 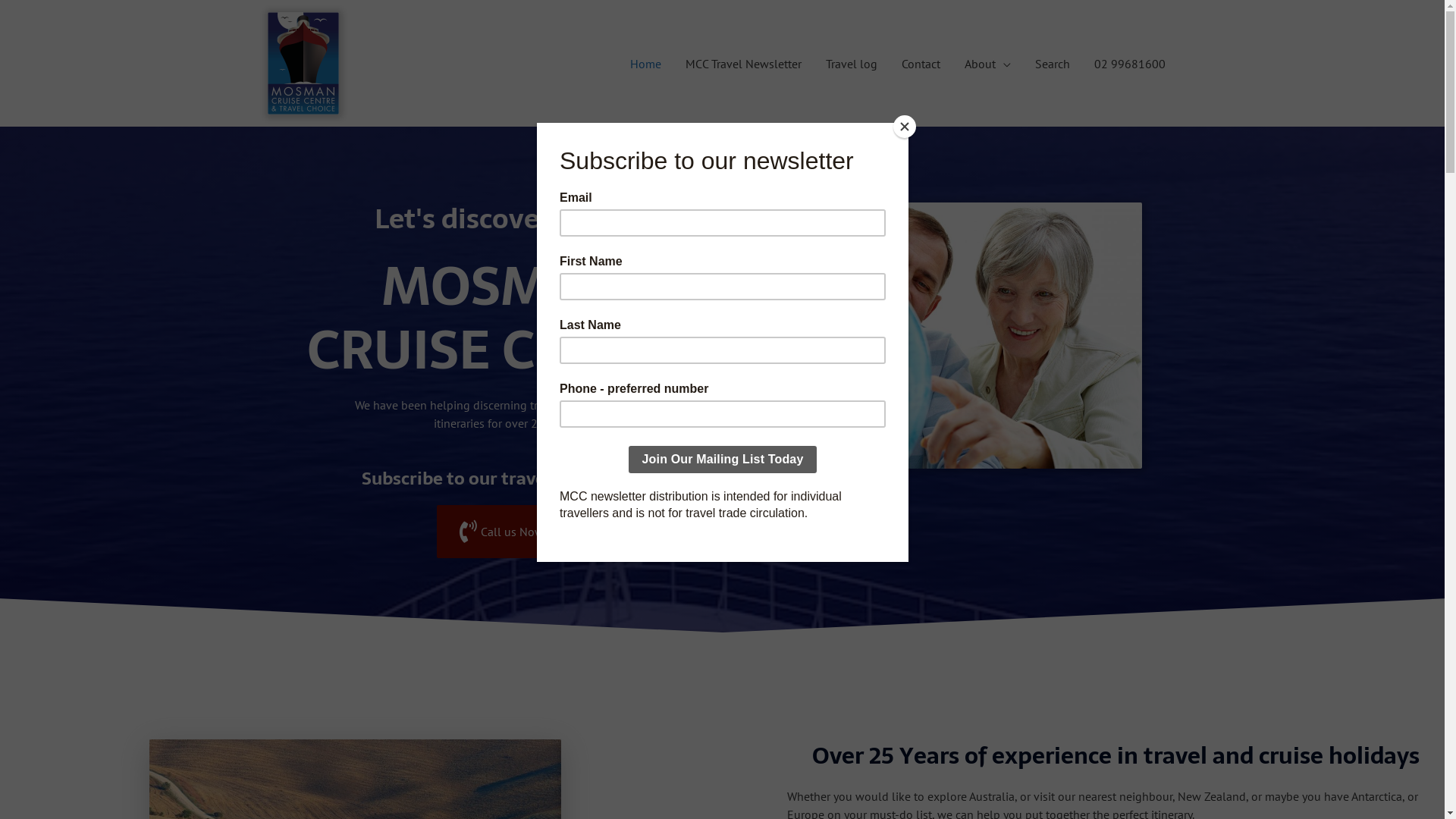 I want to click on 'MCC Travel Newsletter', so click(x=743, y=62).